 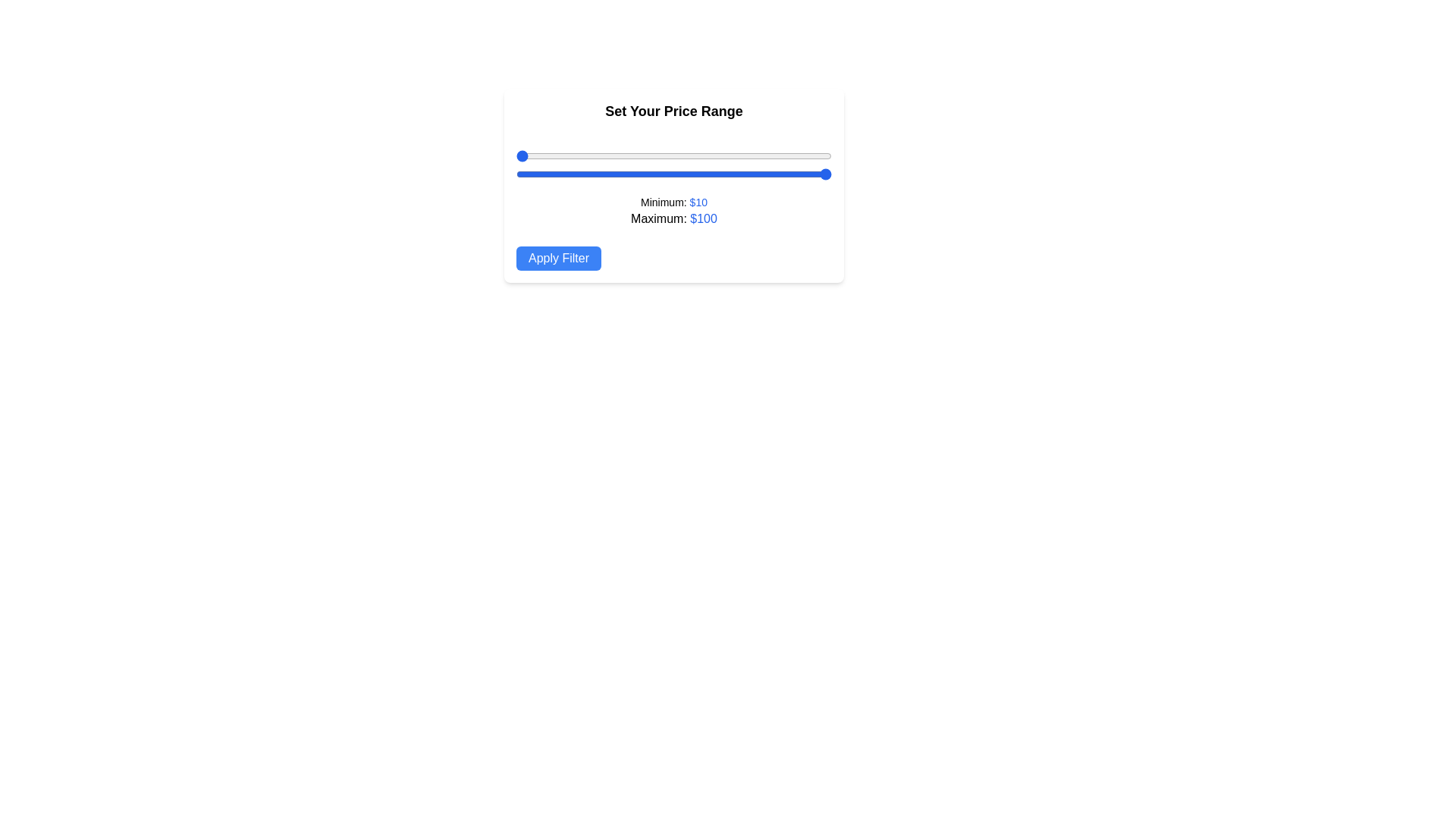 I want to click on the slider, so click(x=755, y=174).